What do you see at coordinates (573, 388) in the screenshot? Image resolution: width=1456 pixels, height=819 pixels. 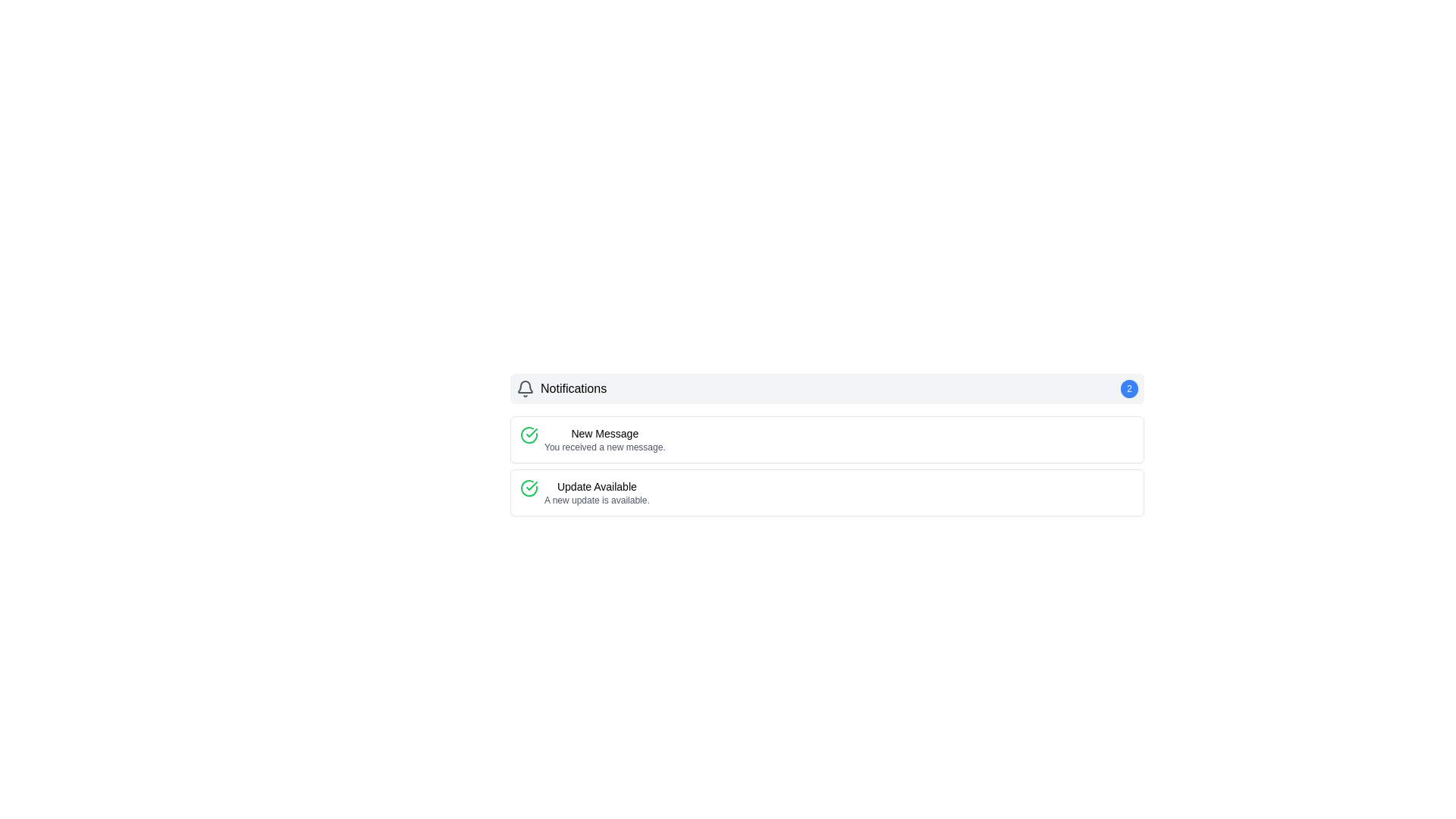 I see `the 'Notifications' text label, which serves as the title for the notification area and is located near the top of the section that lists notifications` at bounding box center [573, 388].